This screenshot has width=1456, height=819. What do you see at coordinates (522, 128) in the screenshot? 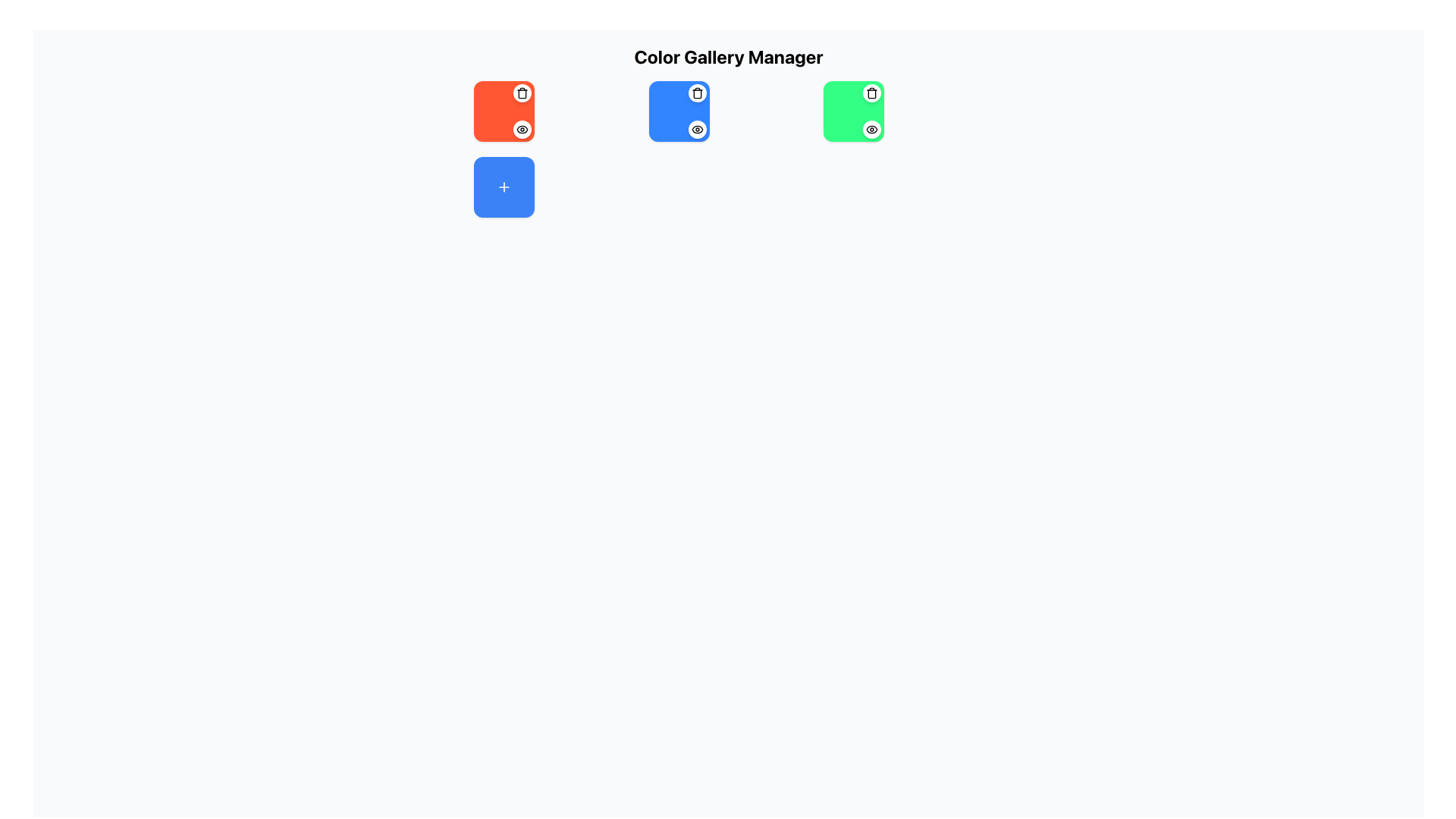
I see `the view button located in the bottom-right corner of a red square block at the top-left section of the interface` at bounding box center [522, 128].